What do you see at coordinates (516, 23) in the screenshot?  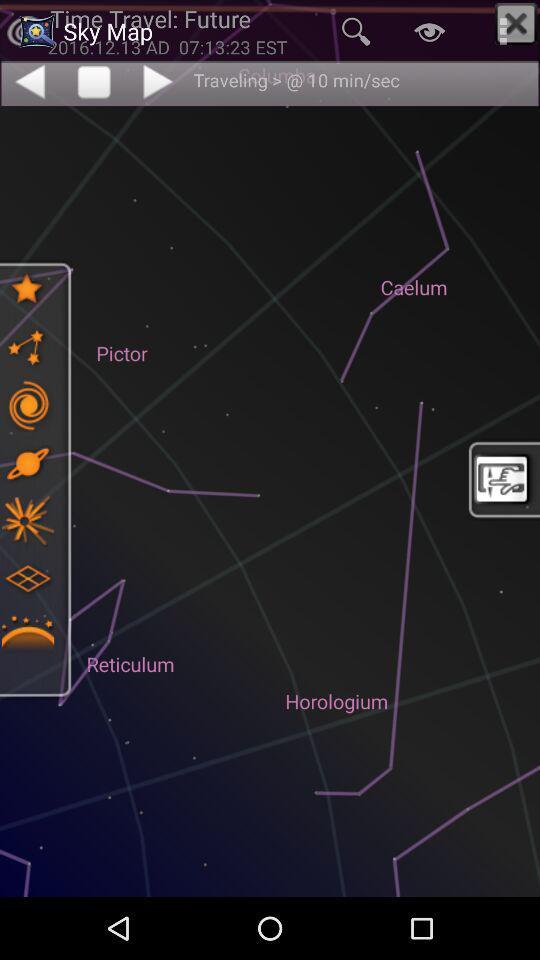 I see `the close icon` at bounding box center [516, 23].